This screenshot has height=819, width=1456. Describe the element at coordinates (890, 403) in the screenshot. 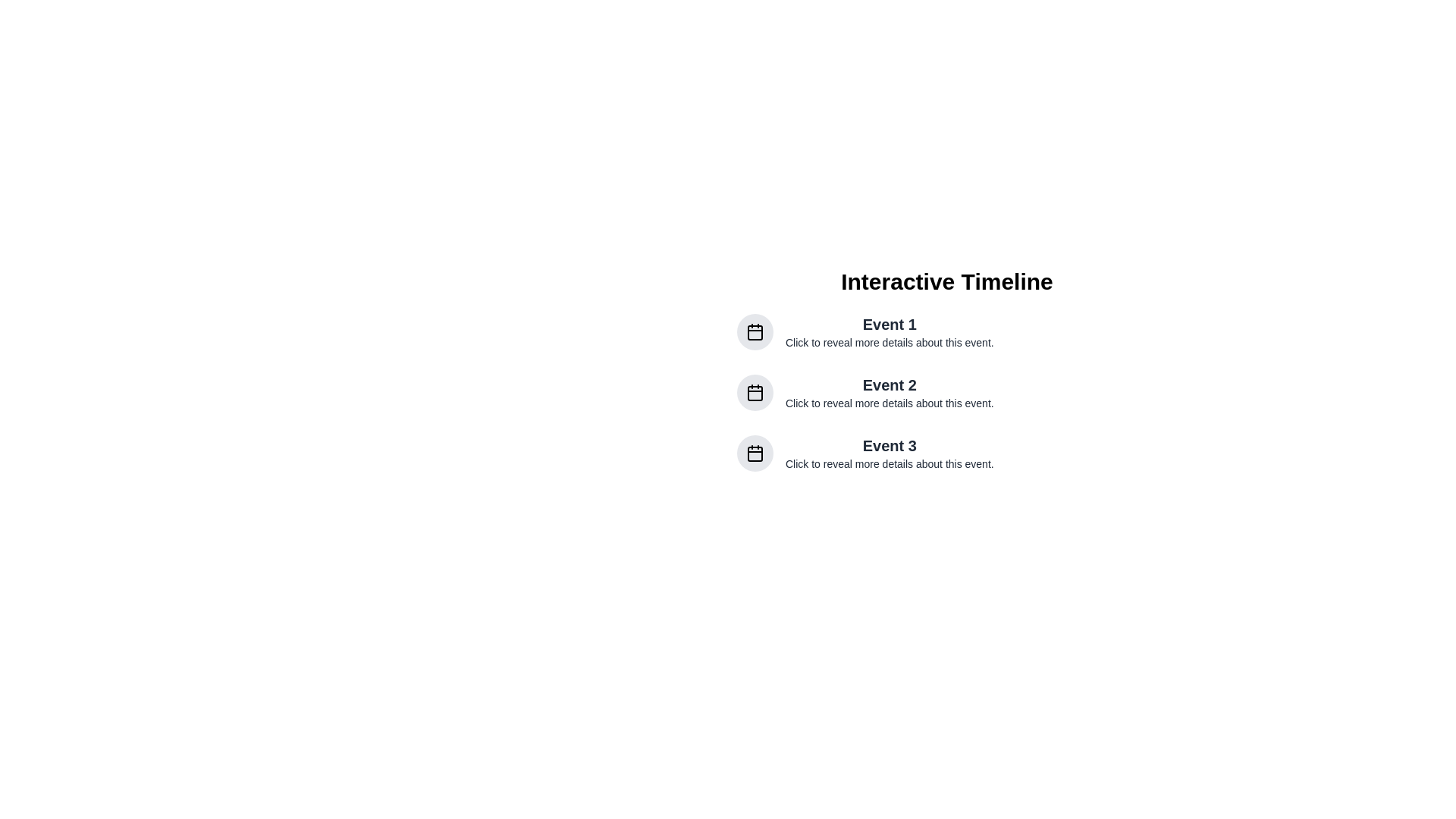

I see `text label that says 'Click to reveal more details about this event.' located below 'Event 2' in the event list` at that location.